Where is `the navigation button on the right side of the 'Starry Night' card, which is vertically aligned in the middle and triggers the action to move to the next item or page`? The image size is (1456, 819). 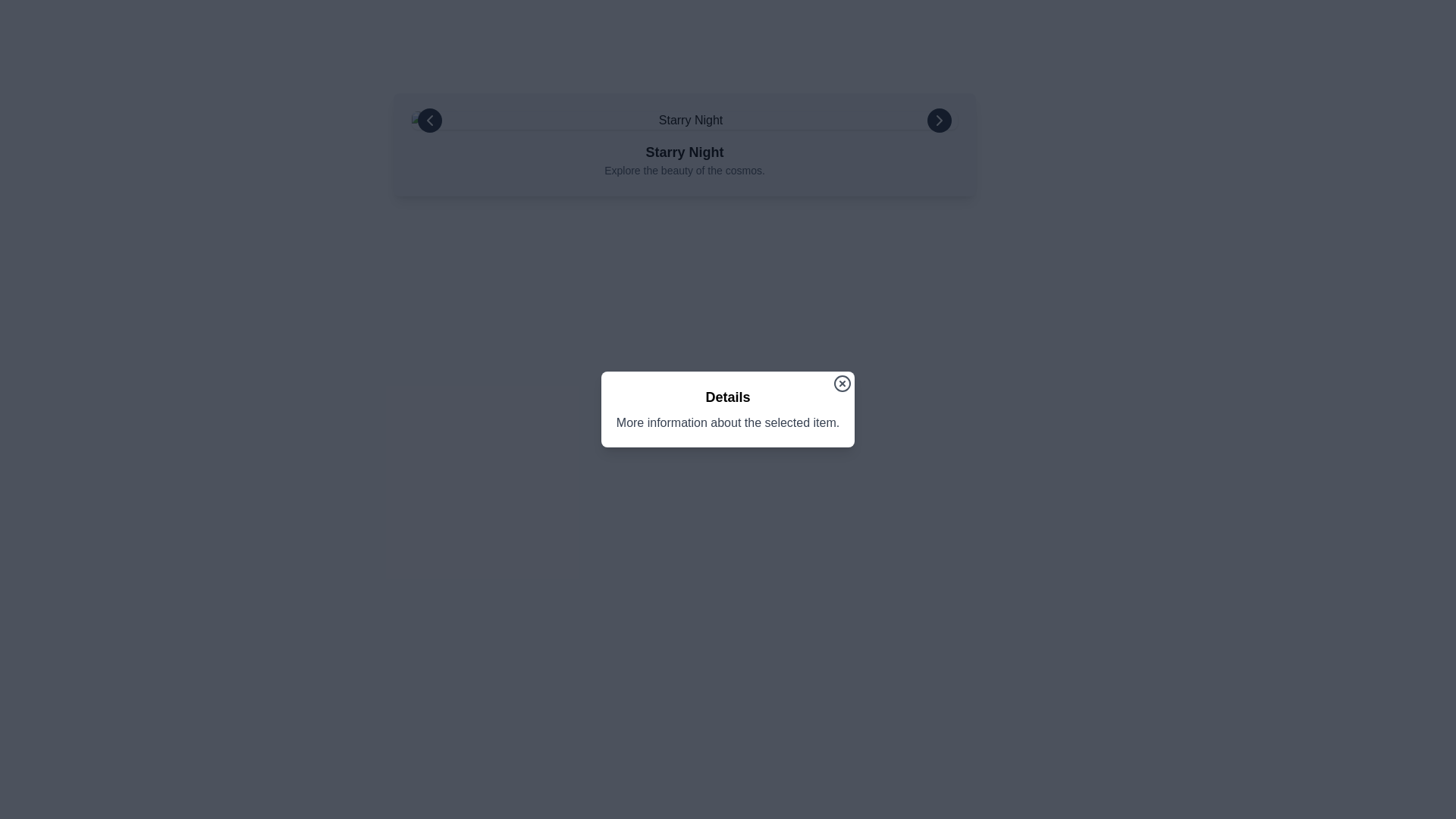
the navigation button on the right side of the 'Starry Night' card, which is vertically aligned in the middle and triggers the action to move to the next item or page is located at coordinates (938, 119).